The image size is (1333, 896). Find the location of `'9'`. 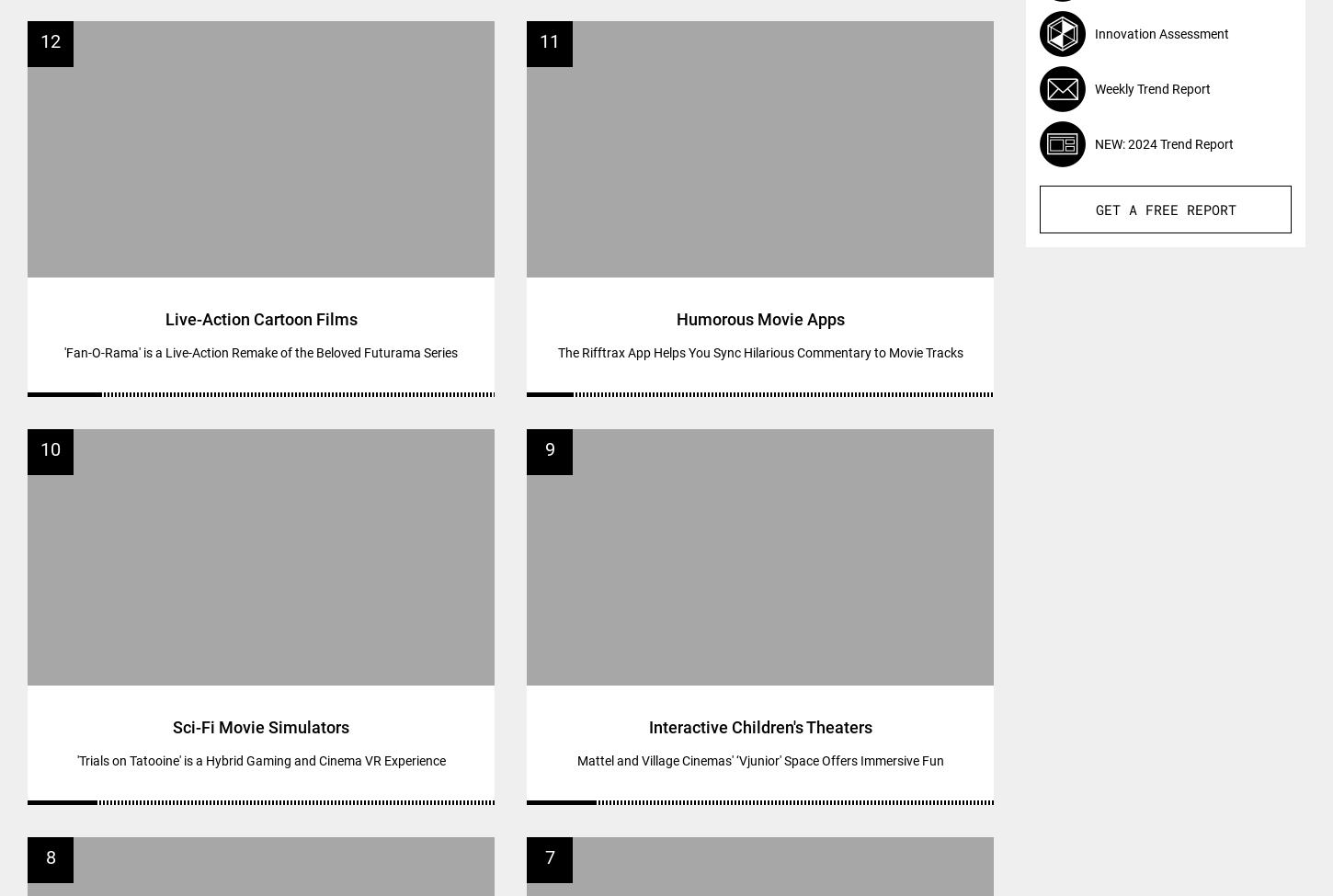

'9' is located at coordinates (544, 448).